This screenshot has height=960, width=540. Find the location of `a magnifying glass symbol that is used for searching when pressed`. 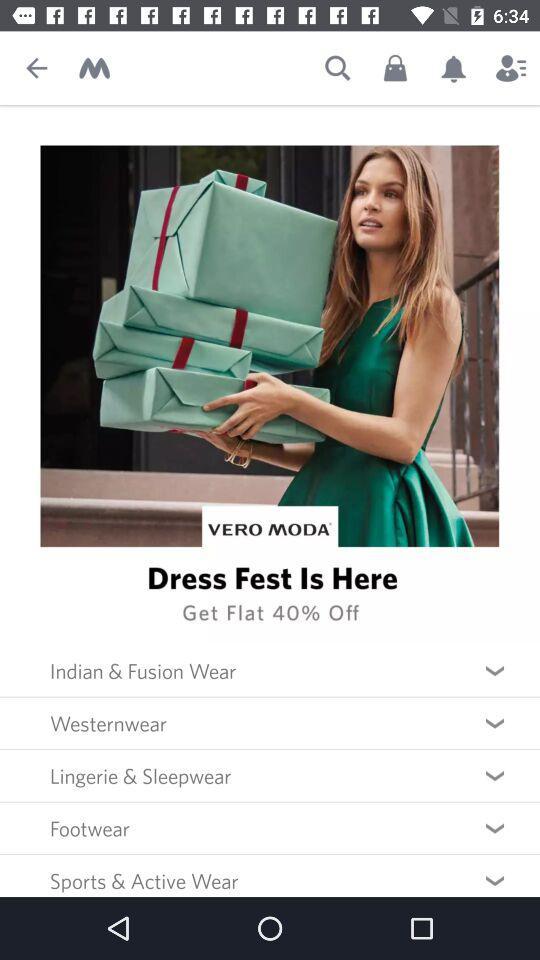

a magnifying glass symbol that is used for searching when pressed is located at coordinates (337, 68).